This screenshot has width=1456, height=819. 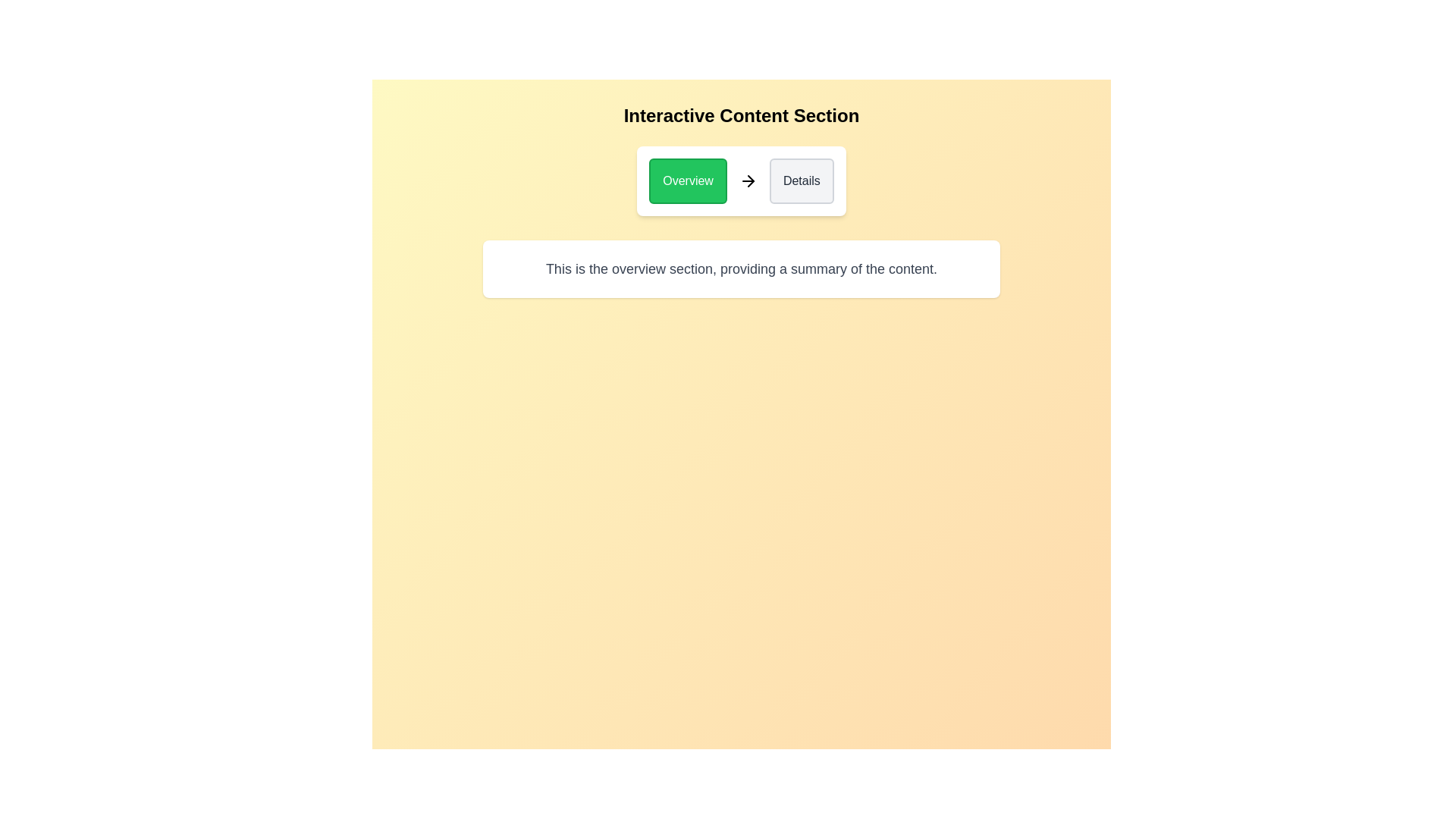 I want to click on the Overview button to switch to the respective section, so click(x=687, y=180).